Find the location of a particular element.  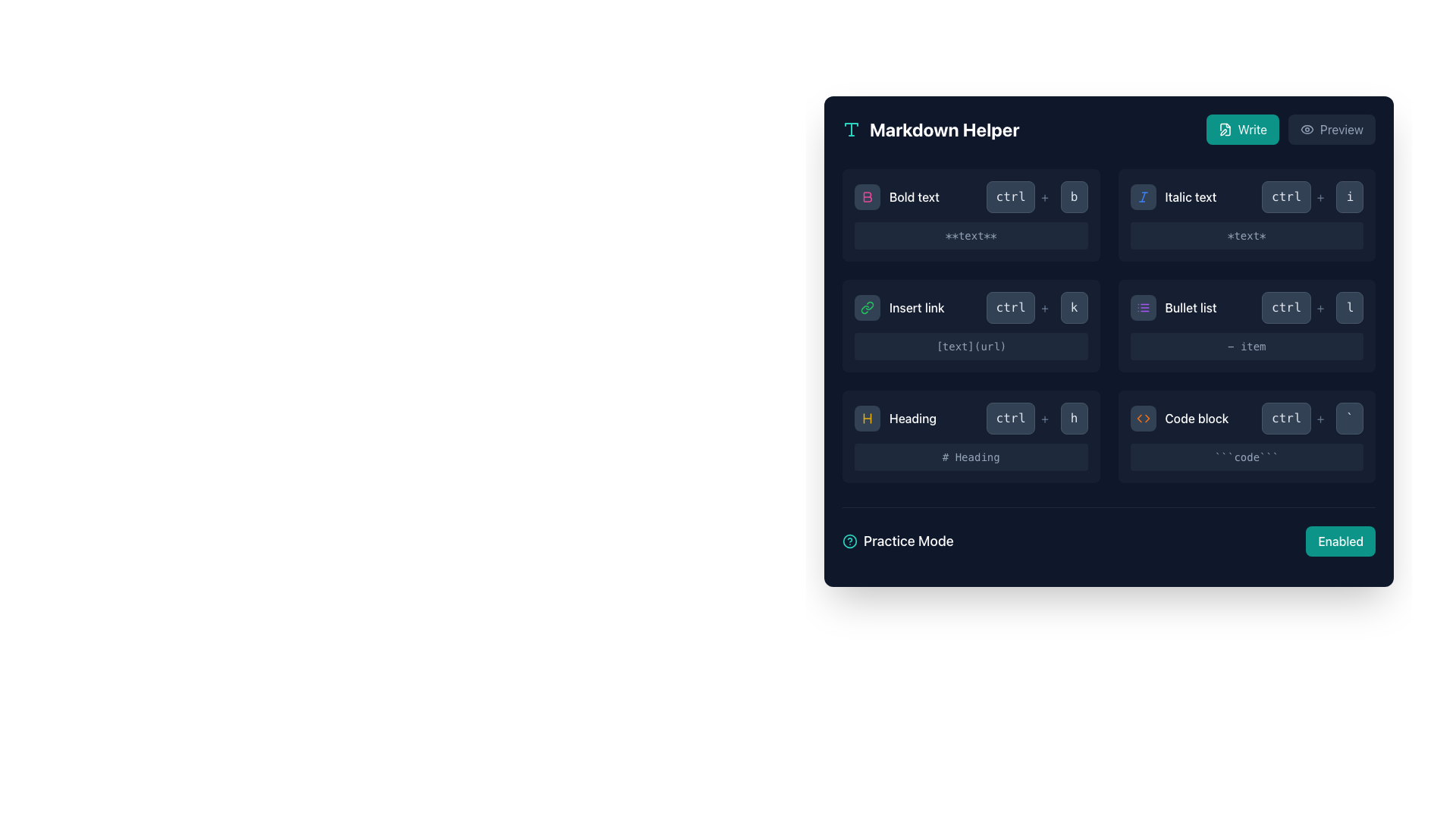

the link symbol icon, which is a small icon styled as interlocking chains outlined in green, located in the center column and middle row of the 'Markdown Helper' interface is located at coordinates (867, 307).